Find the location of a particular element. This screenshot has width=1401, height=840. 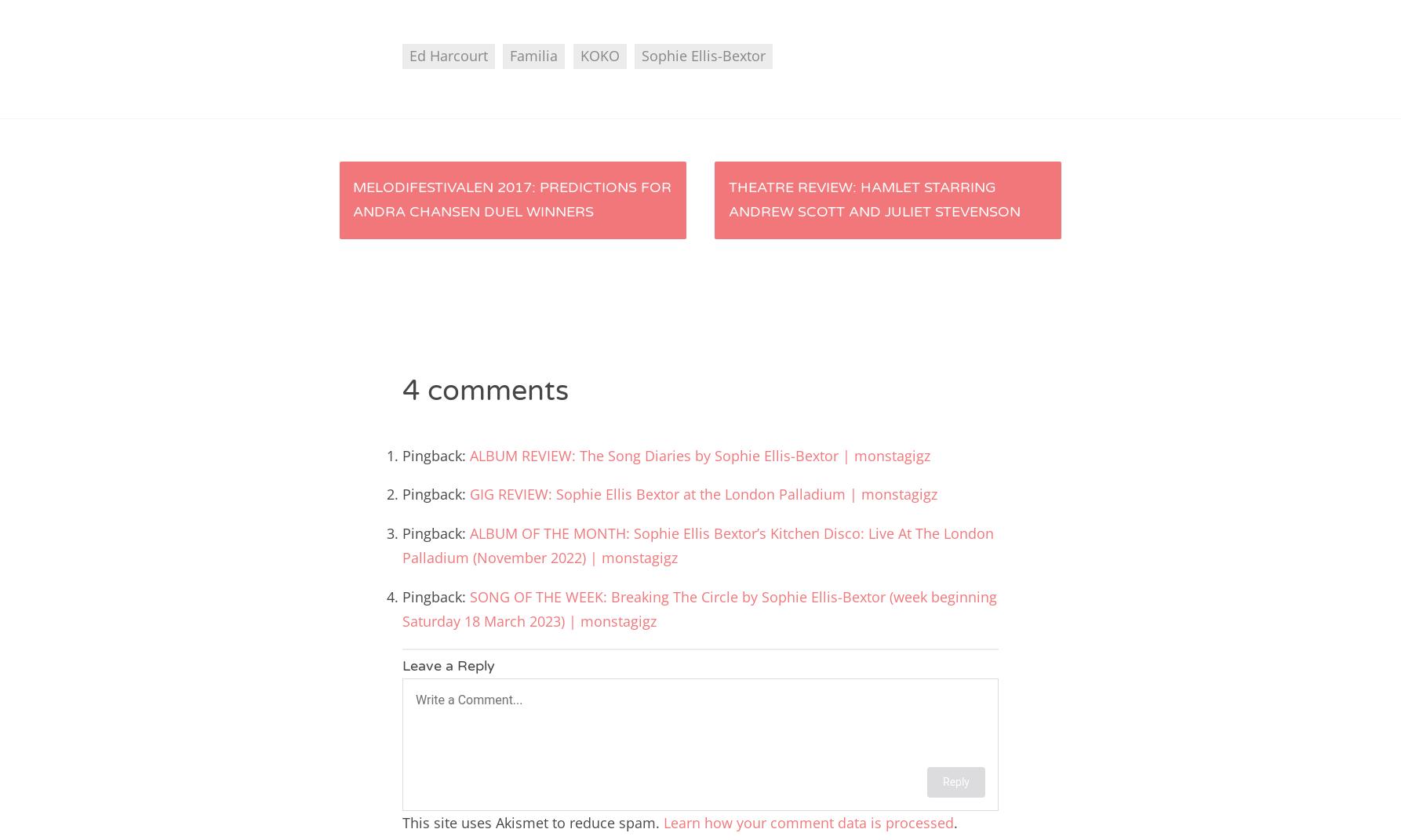

'Sophie Ellis-Bextor' is located at coordinates (640, 55).